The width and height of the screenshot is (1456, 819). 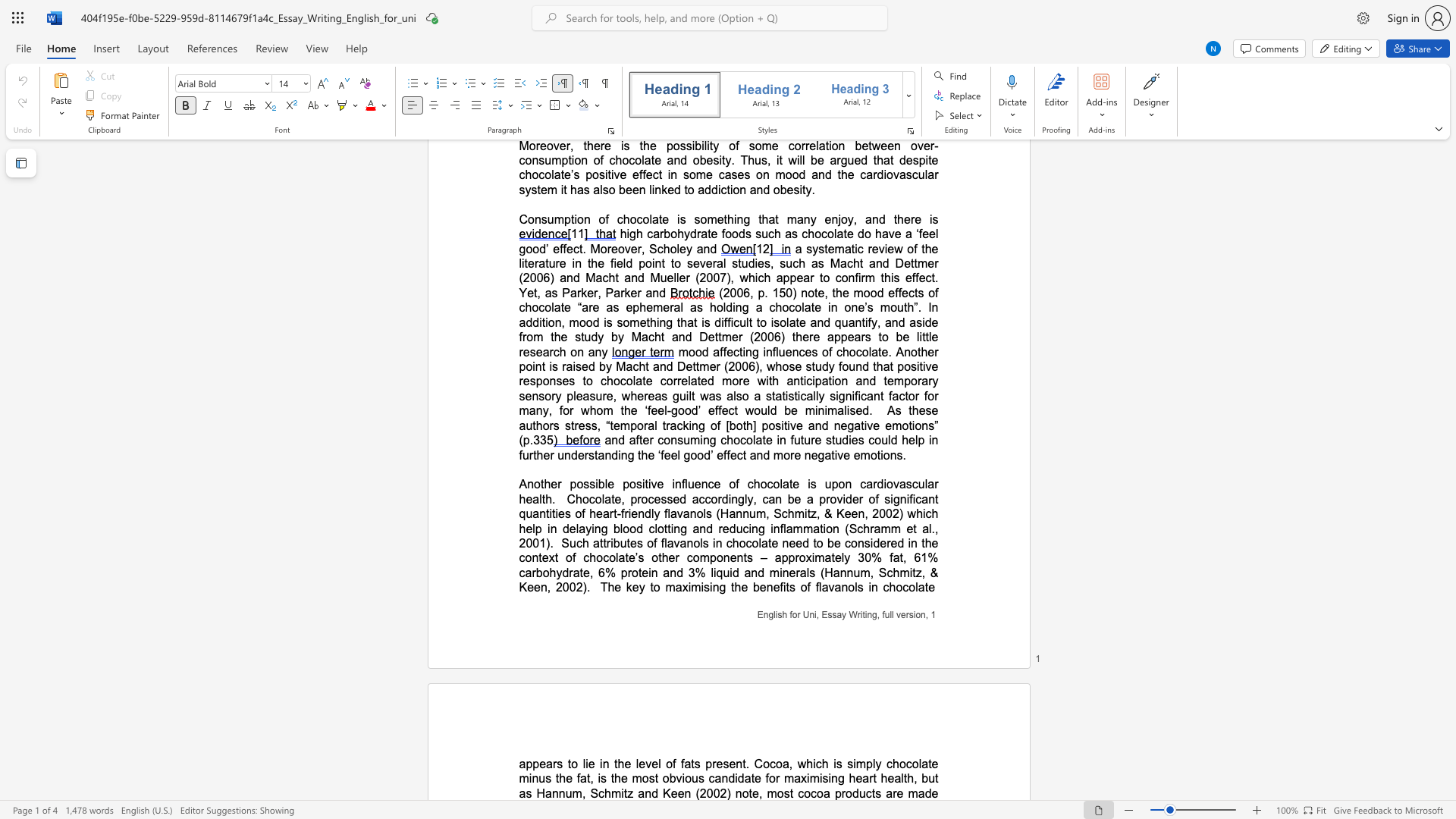 I want to click on the subset text "g blood clotting and red" within the text "Chocolate, processed accordingly, can be a provider of significant quantities of heart-friendly flavanols (Hannum, Schmitz, & Keen, 2002) which help in delaying blood clotting and reducing inflammation (Schramm et al., 2001)", so click(x=600, y=528).